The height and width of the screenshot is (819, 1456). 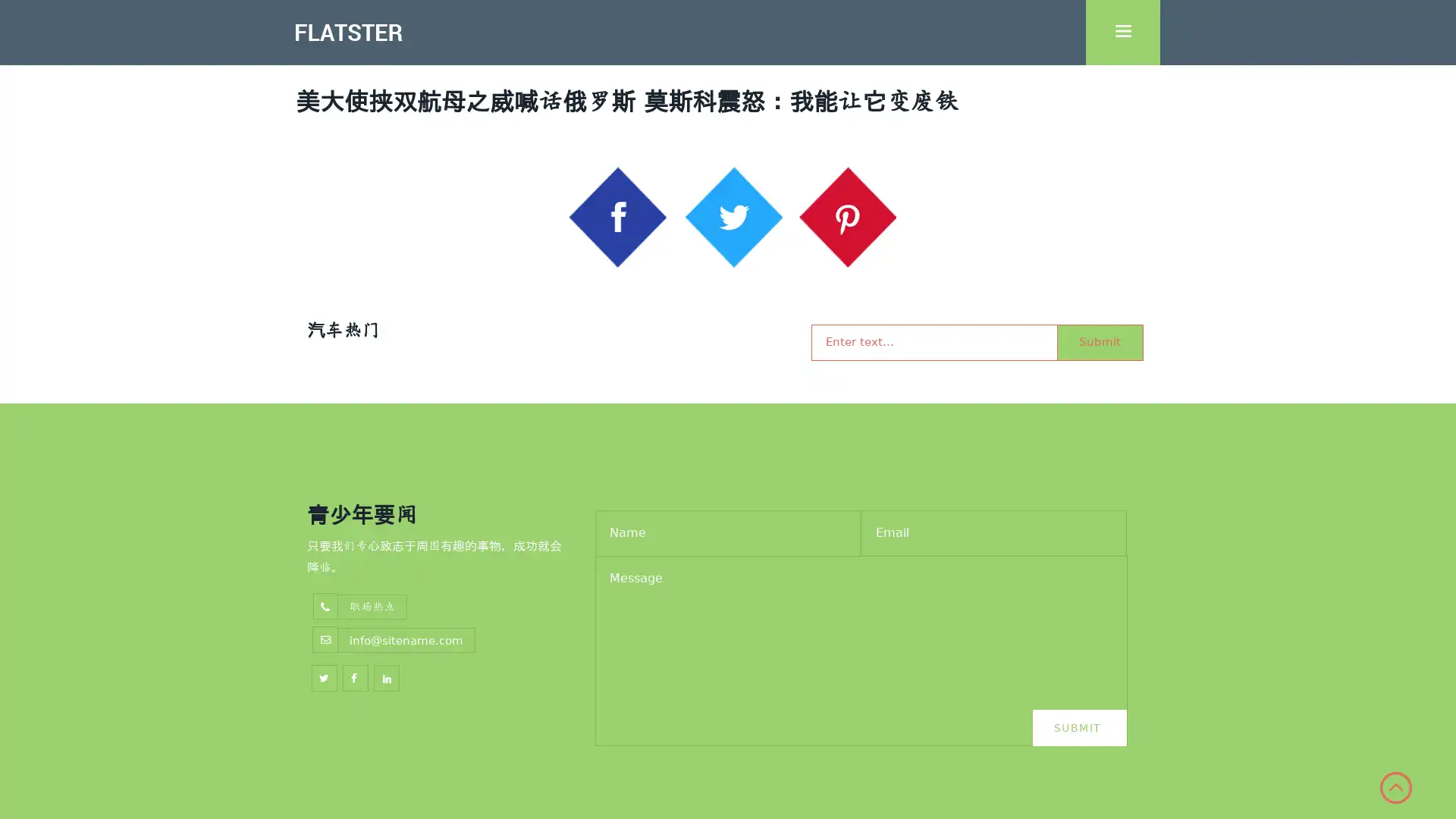 I want to click on Submit, so click(x=1078, y=726).